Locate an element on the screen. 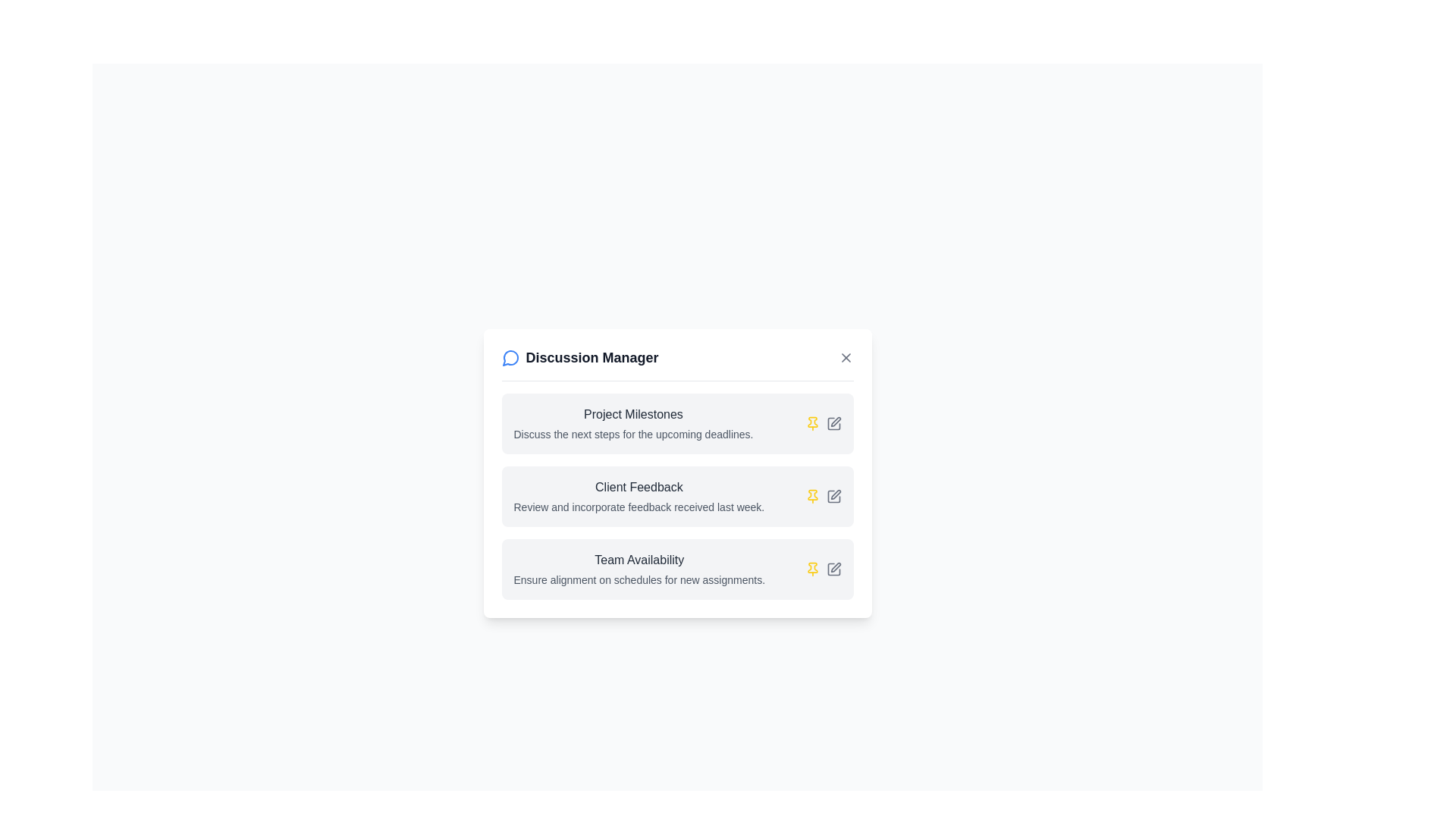 Image resolution: width=1456 pixels, height=819 pixels. the pen icon button in the top-right corner of the 'Client Feedback' row is located at coordinates (833, 496).